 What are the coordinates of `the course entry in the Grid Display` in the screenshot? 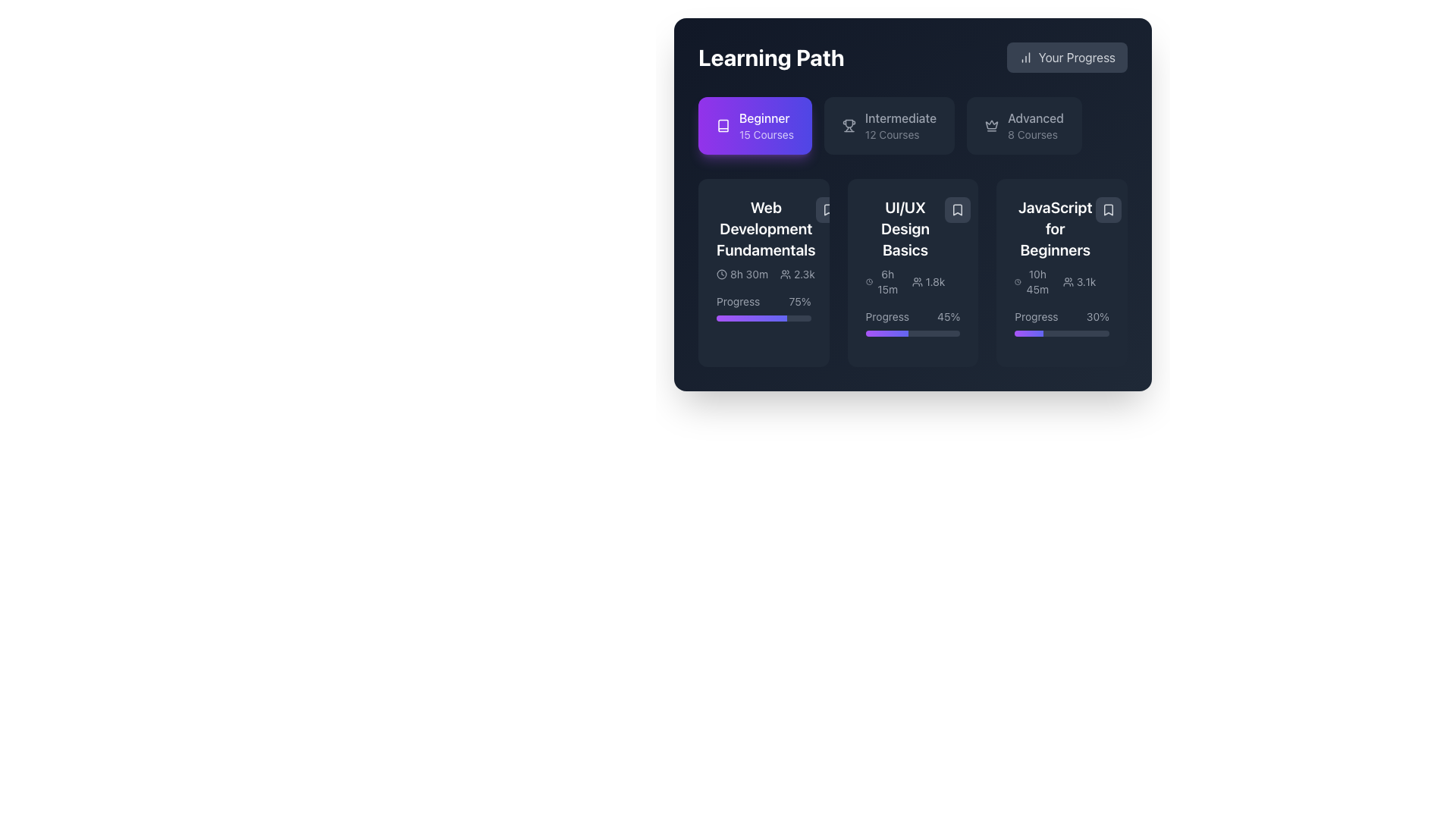 It's located at (912, 271).